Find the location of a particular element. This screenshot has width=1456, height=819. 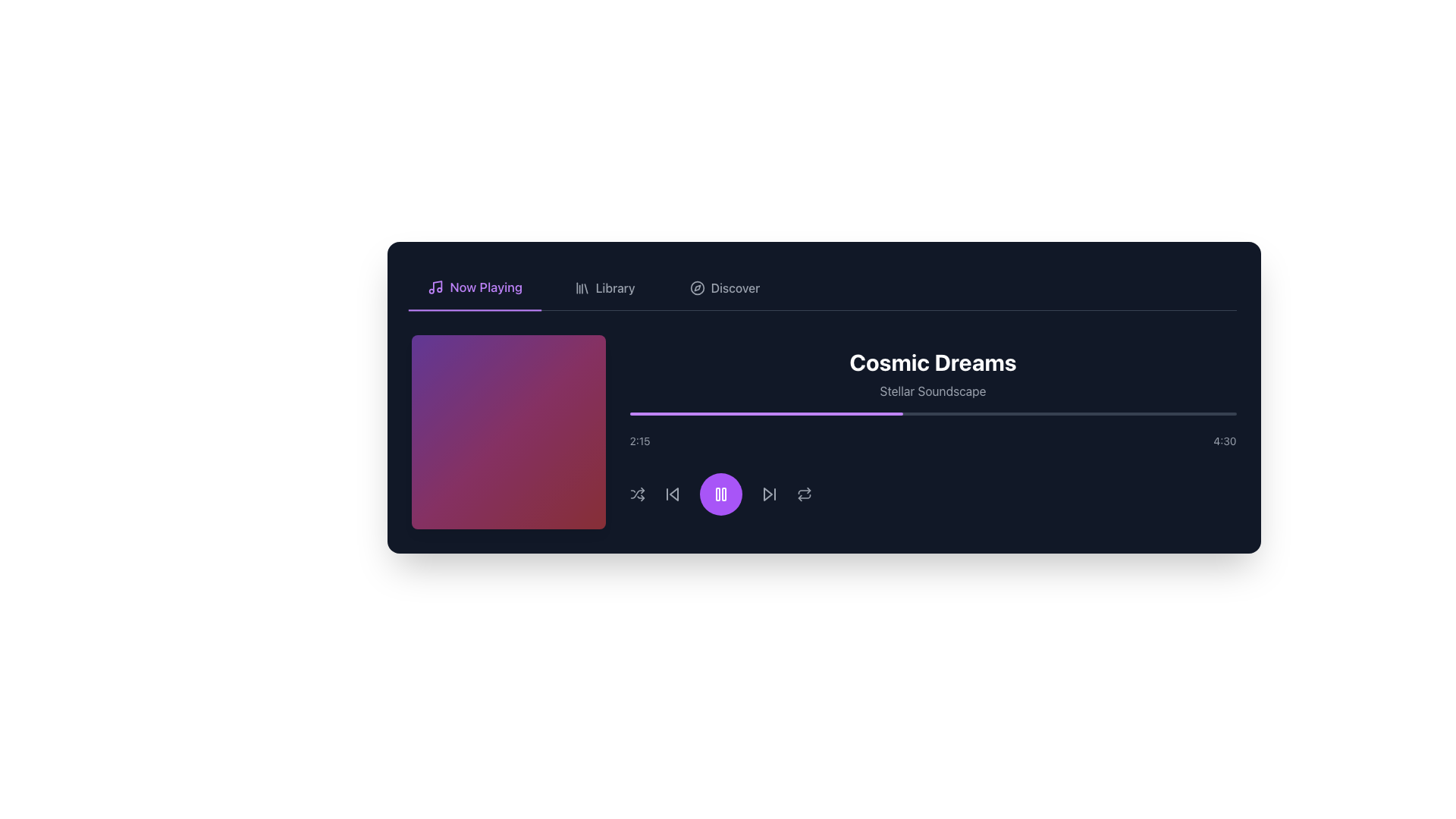

the 'backward' button with an SVG icon located in the horizontal row of media control buttons at the bottom center of the interface, specifically the second button from the left is located at coordinates (671, 494).